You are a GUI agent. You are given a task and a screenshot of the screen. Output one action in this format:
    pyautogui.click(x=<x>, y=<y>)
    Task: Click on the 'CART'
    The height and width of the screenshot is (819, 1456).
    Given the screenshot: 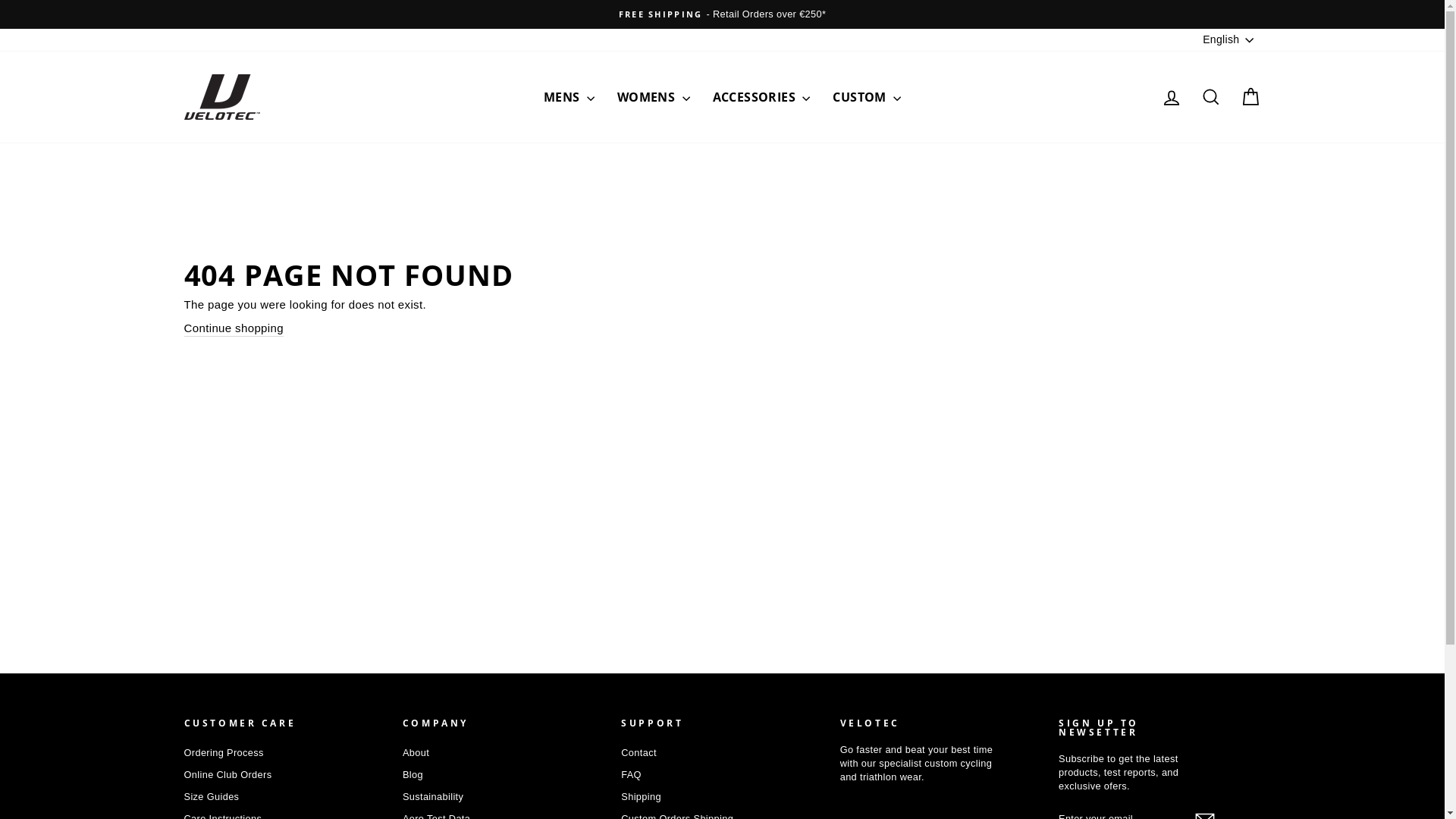 What is the action you would take?
    pyautogui.click(x=1249, y=96)
    